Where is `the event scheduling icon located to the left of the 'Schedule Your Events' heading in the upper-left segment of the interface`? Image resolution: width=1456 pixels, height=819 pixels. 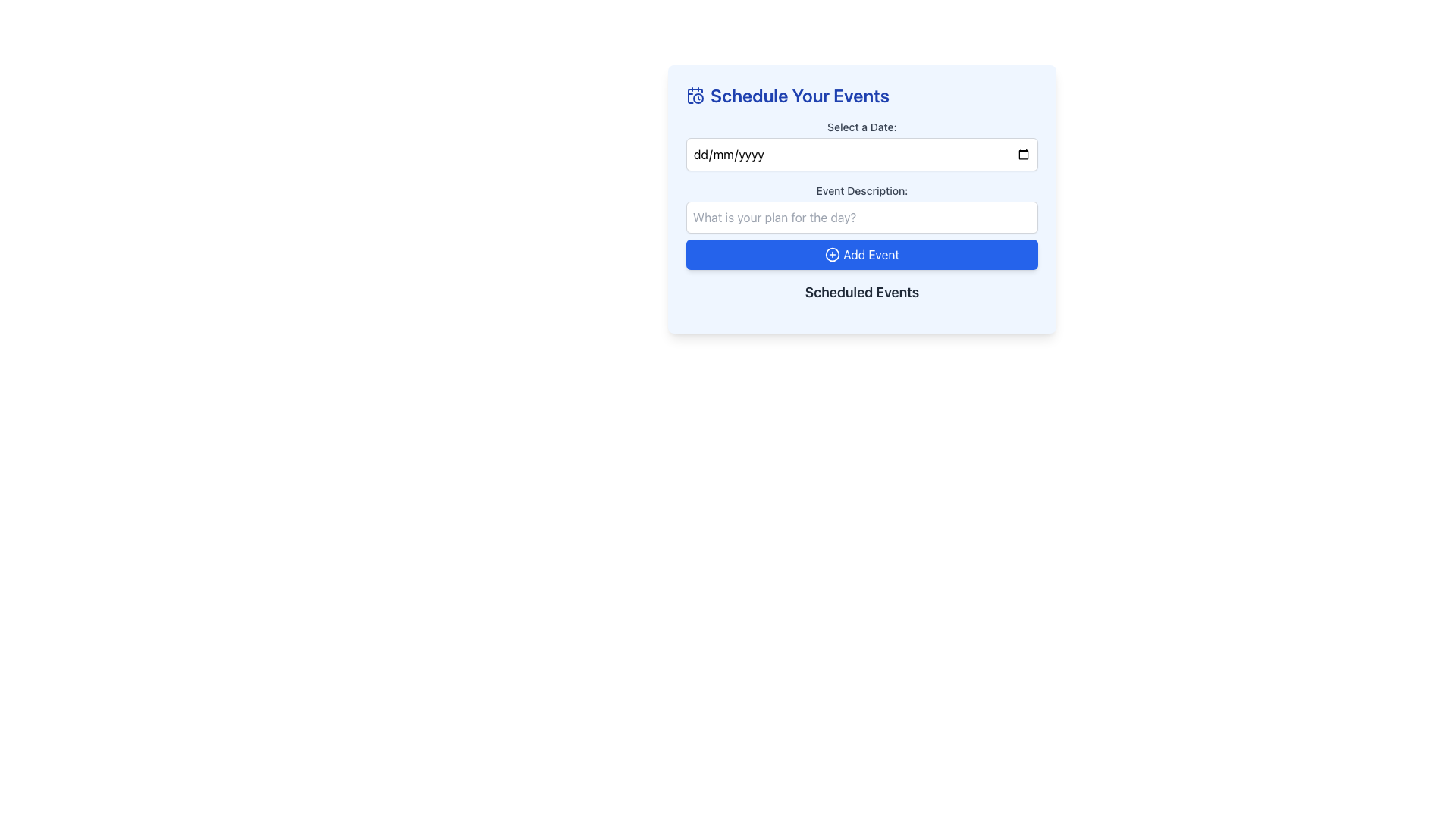 the event scheduling icon located to the left of the 'Schedule Your Events' heading in the upper-left segment of the interface is located at coordinates (694, 96).